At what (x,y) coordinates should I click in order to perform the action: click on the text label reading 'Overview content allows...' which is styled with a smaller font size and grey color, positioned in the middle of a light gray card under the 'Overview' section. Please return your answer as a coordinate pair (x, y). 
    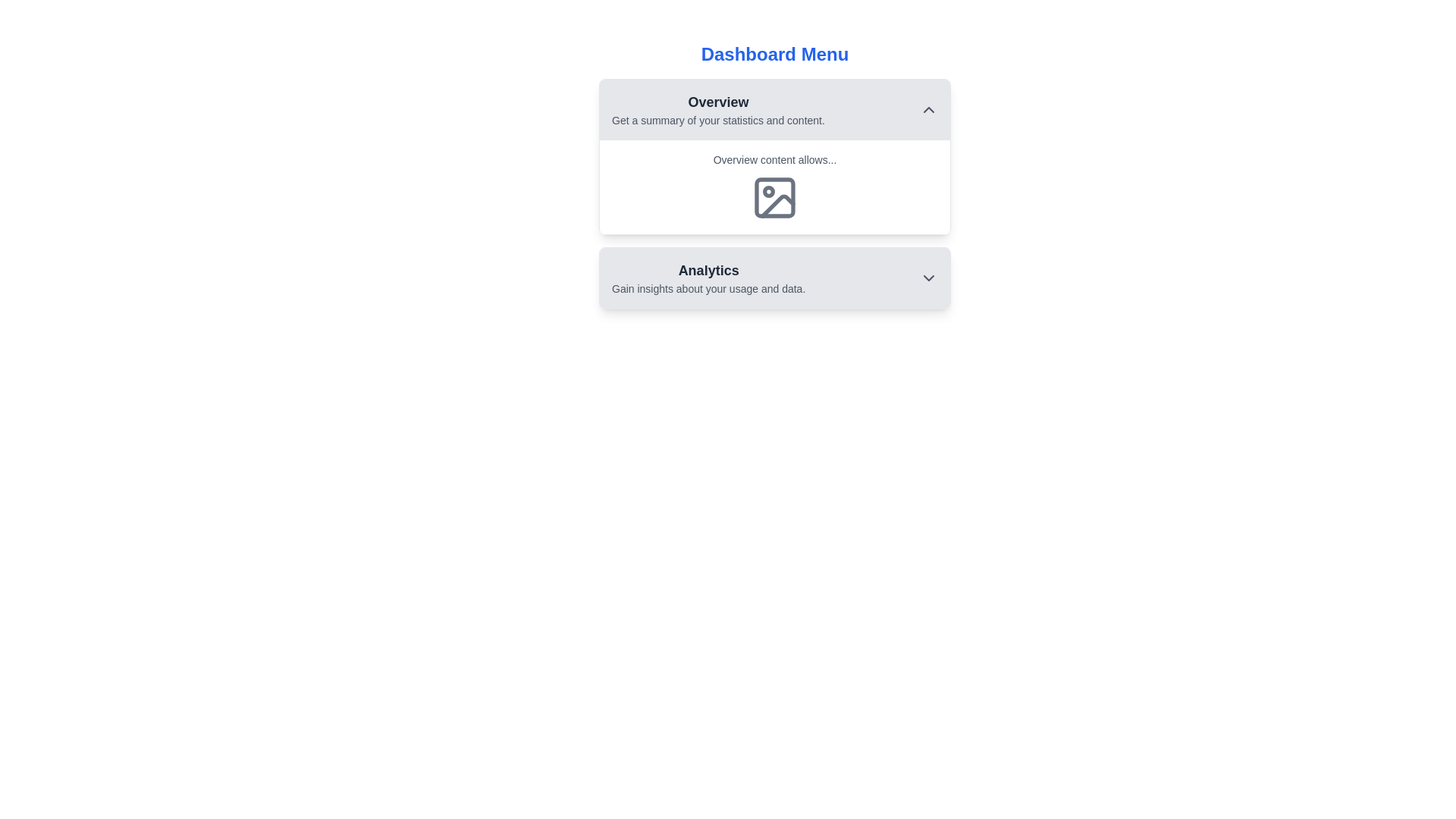
    Looking at the image, I should click on (775, 160).